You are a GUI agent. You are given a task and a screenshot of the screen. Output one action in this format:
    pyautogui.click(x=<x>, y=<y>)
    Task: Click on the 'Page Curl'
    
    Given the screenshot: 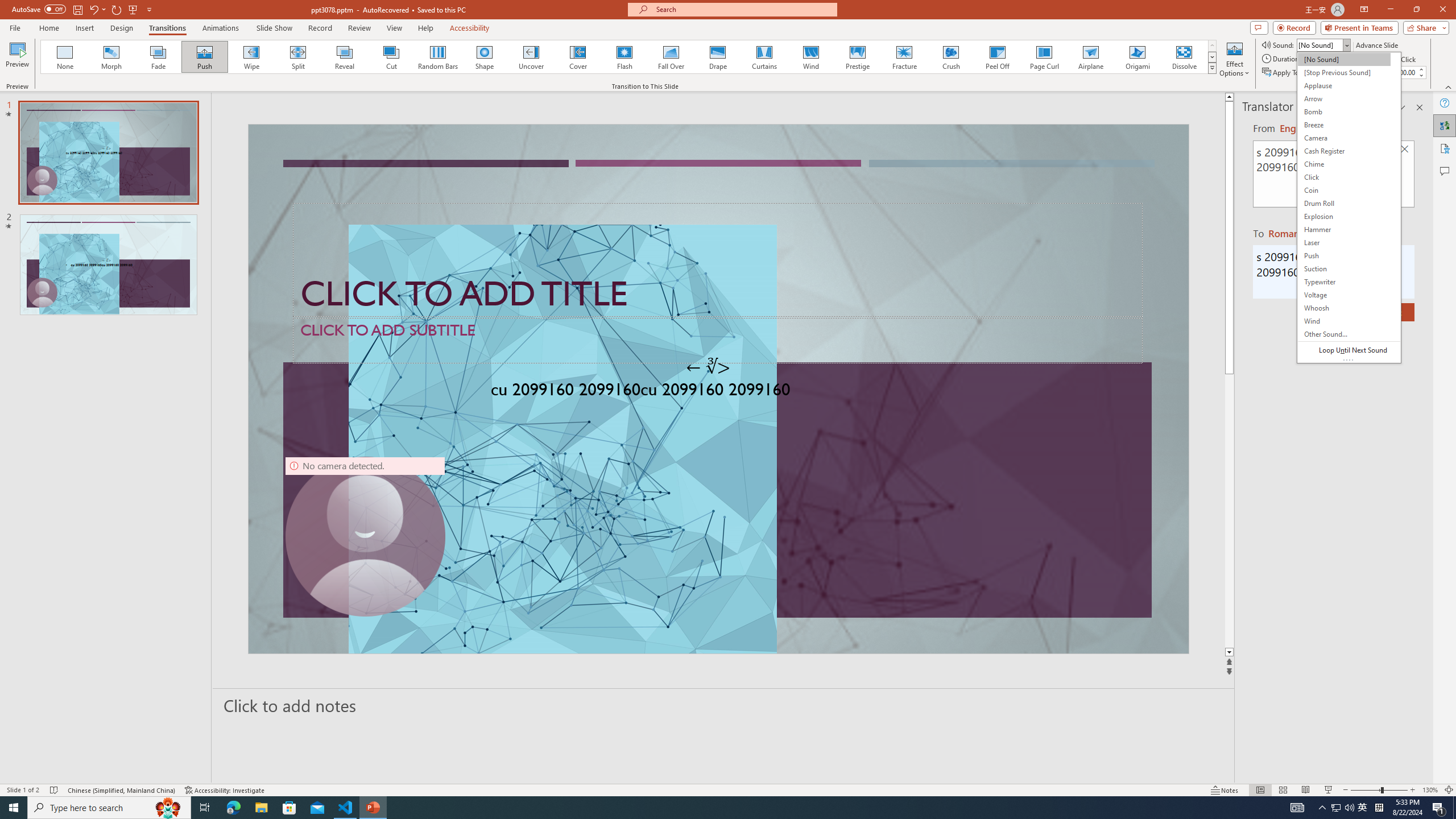 What is the action you would take?
    pyautogui.click(x=1043, y=56)
    